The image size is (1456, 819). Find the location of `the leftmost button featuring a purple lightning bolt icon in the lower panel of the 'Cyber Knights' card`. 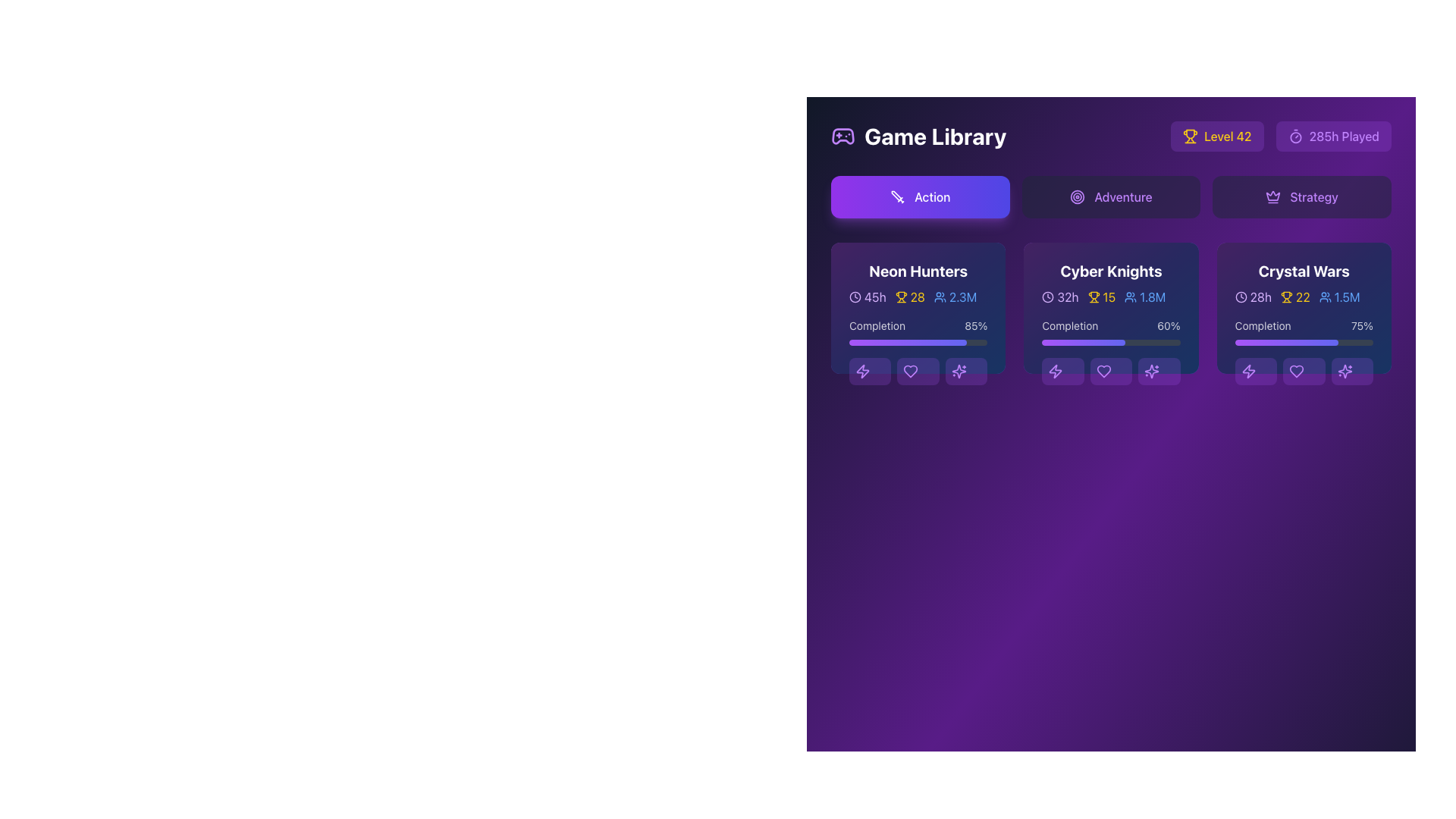

the leftmost button featuring a purple lightning bolt icon in the lower panel of the 'Cyber Knights' card is located at coordinates (1055, 371).